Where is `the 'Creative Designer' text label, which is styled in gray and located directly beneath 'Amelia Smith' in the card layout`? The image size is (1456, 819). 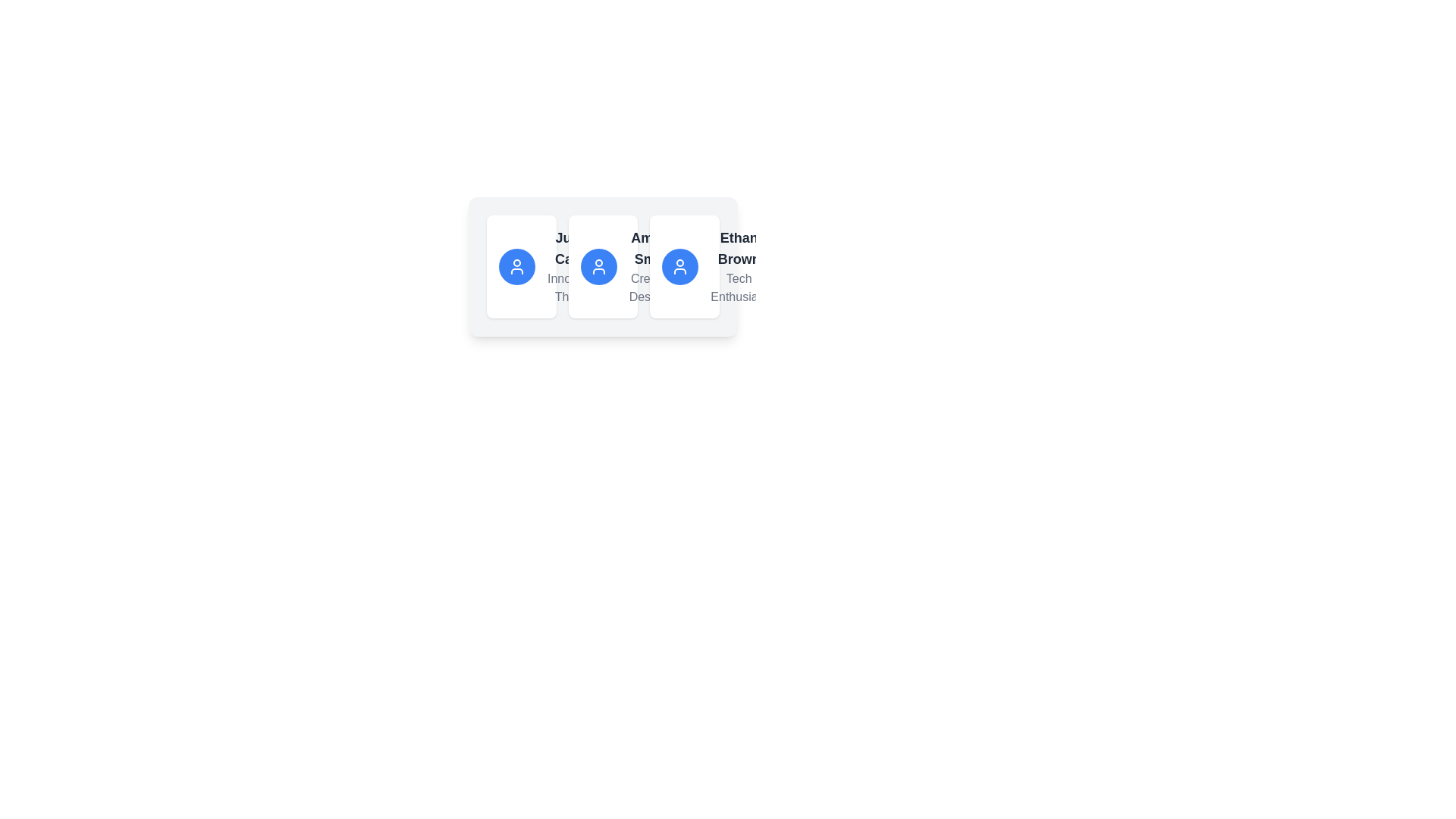 the 'Creative Designer' text label, which is styled in gray and located directly beneath 'Amelia Smith' in the card layout is located at coordinates (653, 288).